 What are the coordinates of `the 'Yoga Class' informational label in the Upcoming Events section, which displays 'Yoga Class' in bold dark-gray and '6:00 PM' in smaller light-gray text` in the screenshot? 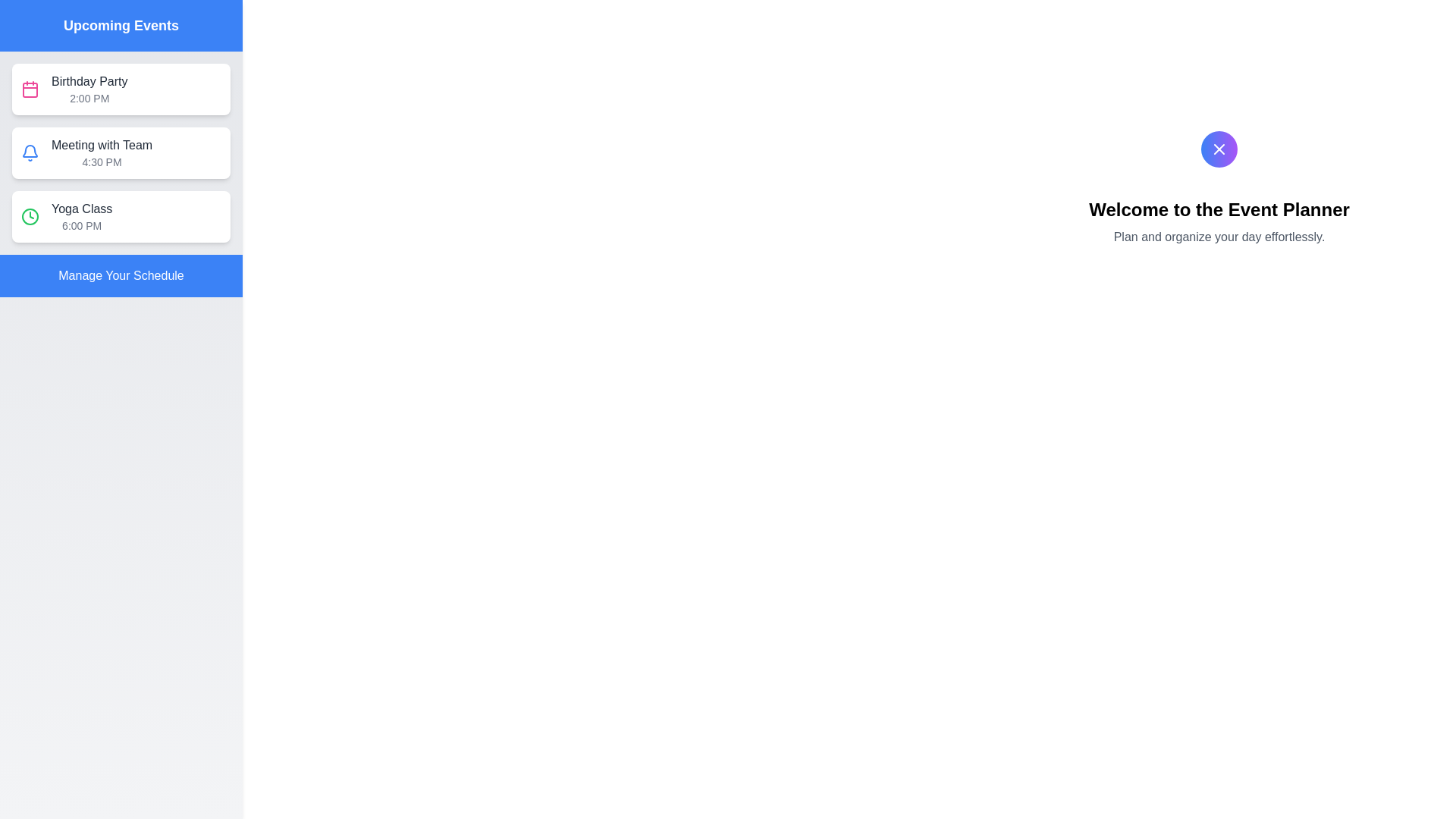 It's located at (81, 216).